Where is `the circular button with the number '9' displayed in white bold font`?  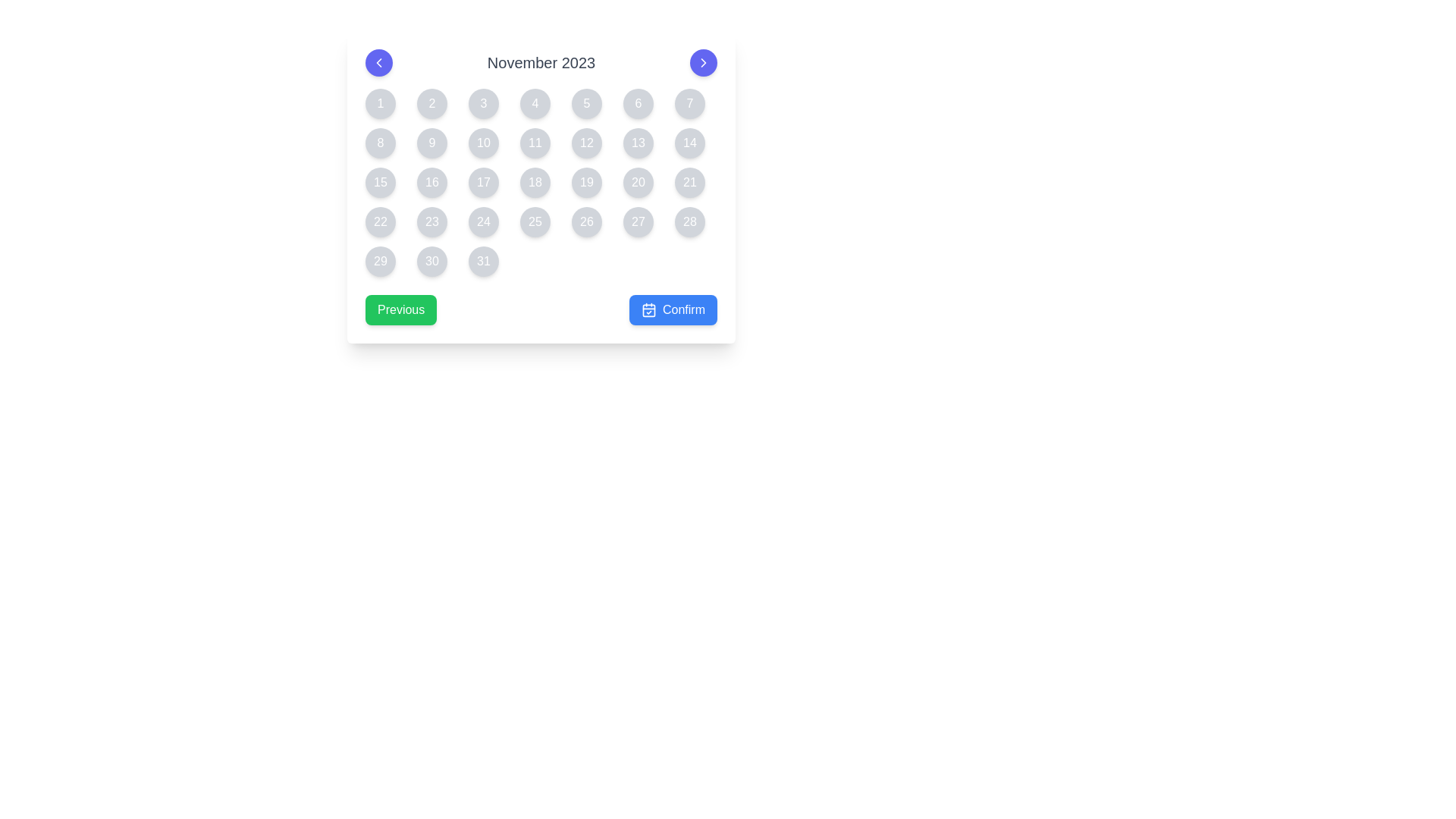
the circular button with the number '9' displayed in white bold font is located at coordinates (431, 143).